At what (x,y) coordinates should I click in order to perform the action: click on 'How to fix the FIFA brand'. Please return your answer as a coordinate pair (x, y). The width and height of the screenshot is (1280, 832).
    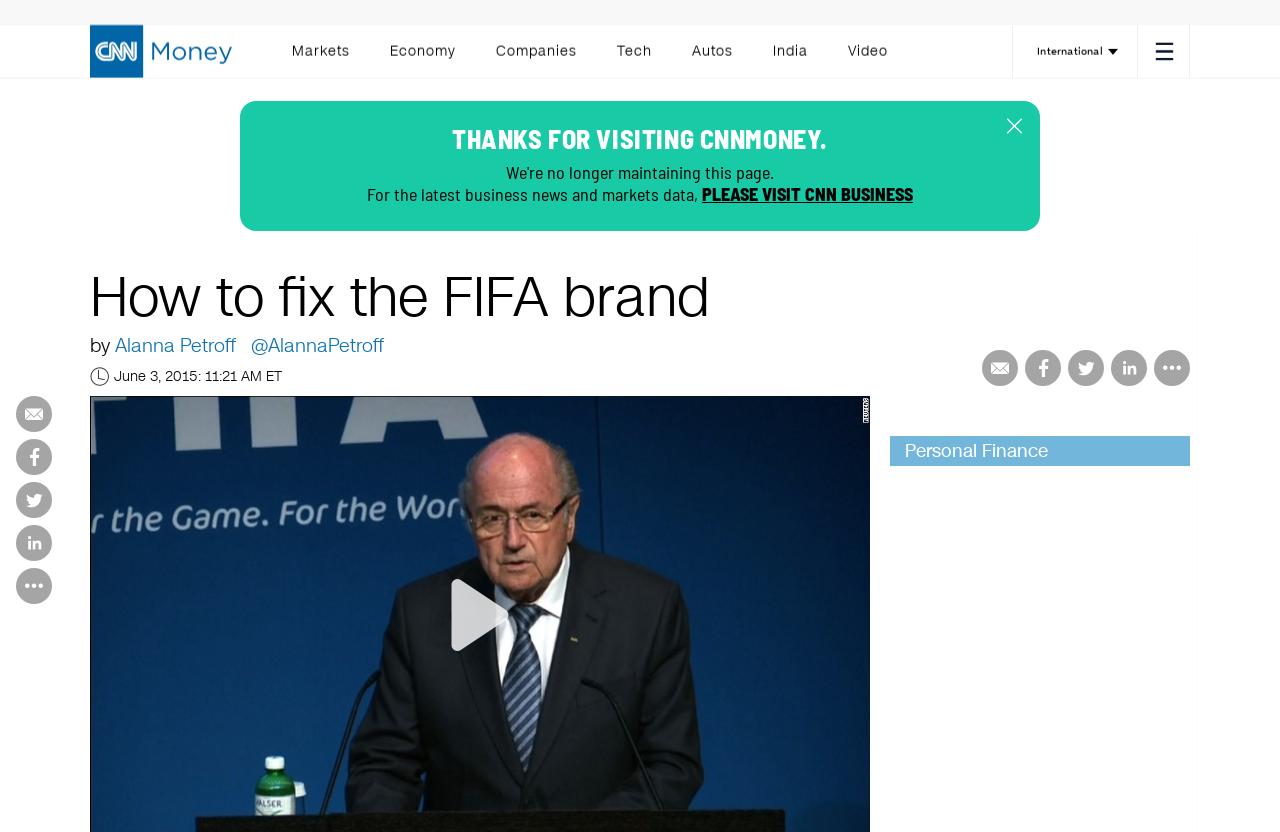
    Looking at the image, I should click on (400, 298).